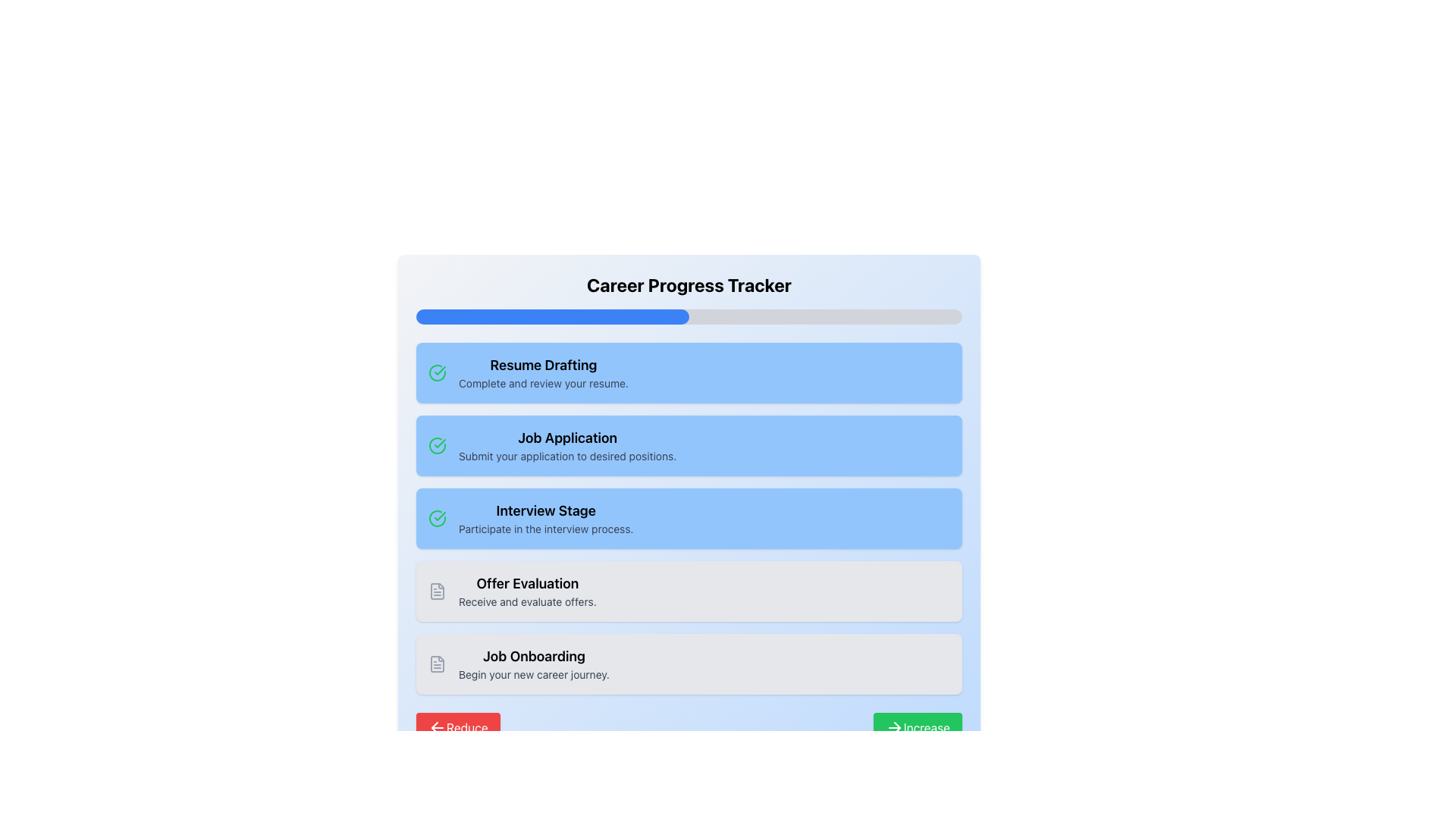 Image resolution: width=1456 pixels, height=819 pixels. Describe the element at coordinates (436, 590) in the screenshot. I see `the document icon with a folded corner edge located in the 'Offer Evaluation' section, which is outlined in gray and positioned to the left of the text description` at that location.